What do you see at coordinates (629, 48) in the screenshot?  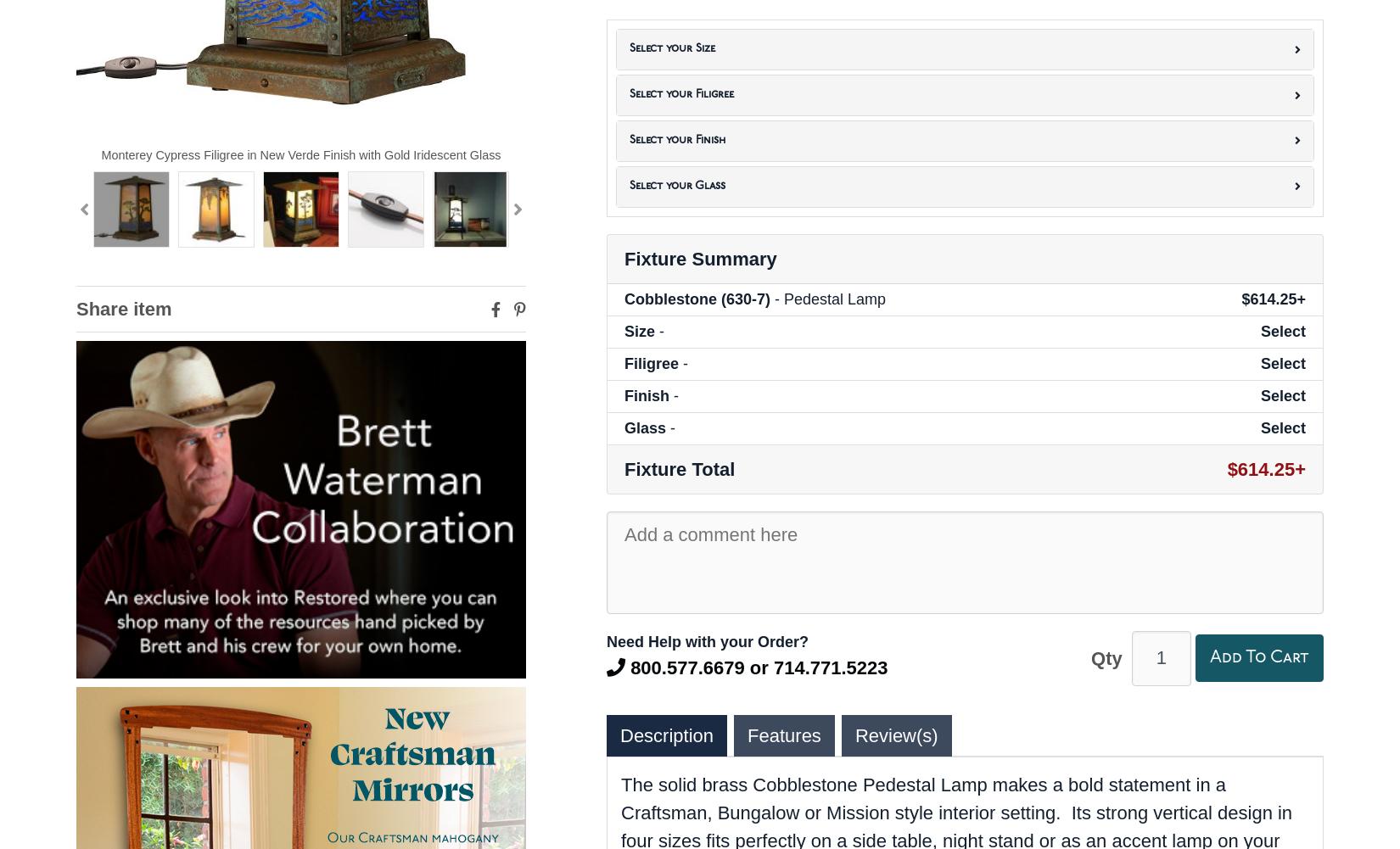 I see `'Select your Size'` at bounding box center [629, 48].